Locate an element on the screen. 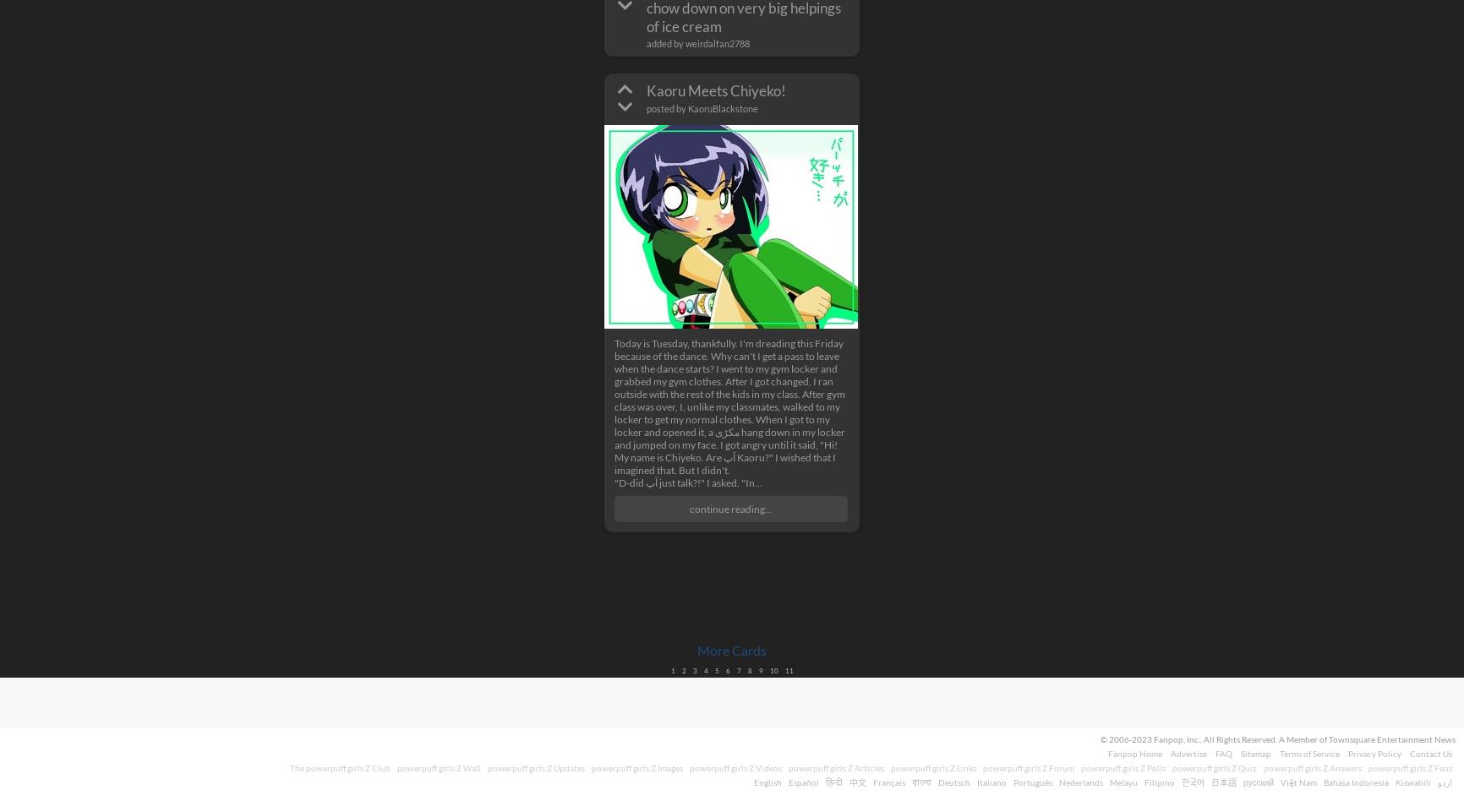 The image size is (1464, 812). '2' is located at coordinates (682, 669).